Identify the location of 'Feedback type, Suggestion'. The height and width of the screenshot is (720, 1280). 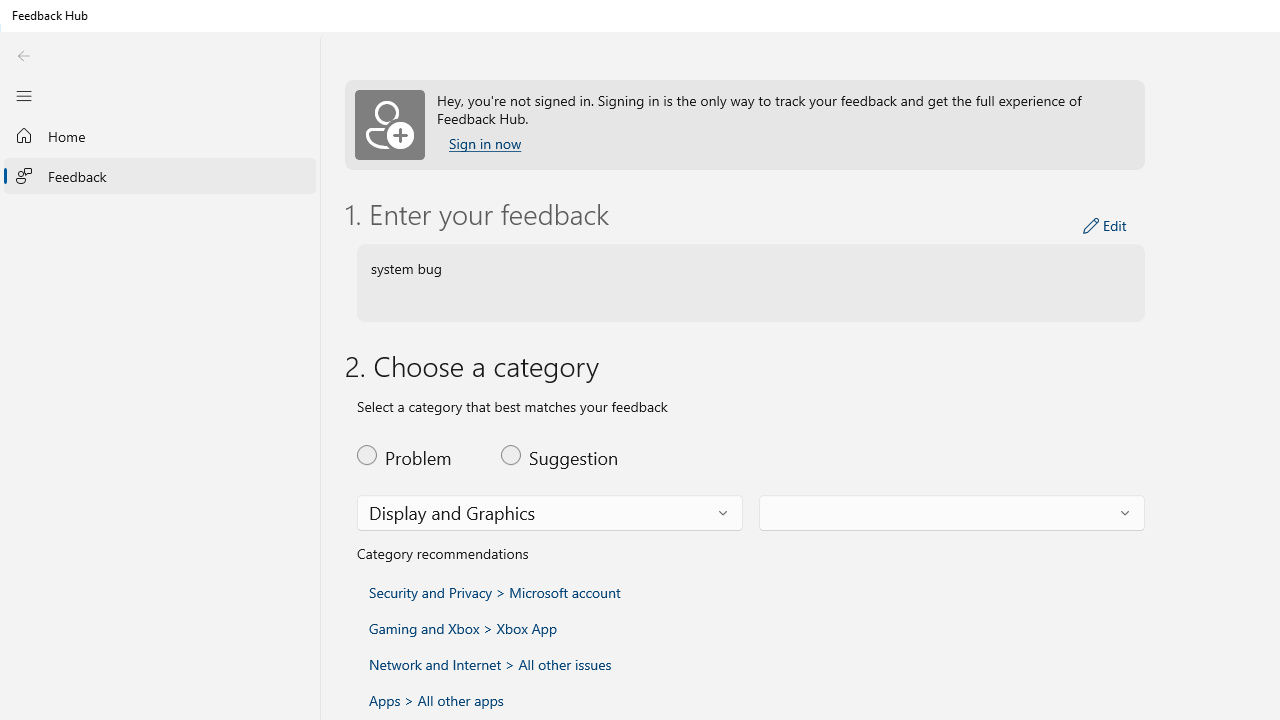
(560, 455).